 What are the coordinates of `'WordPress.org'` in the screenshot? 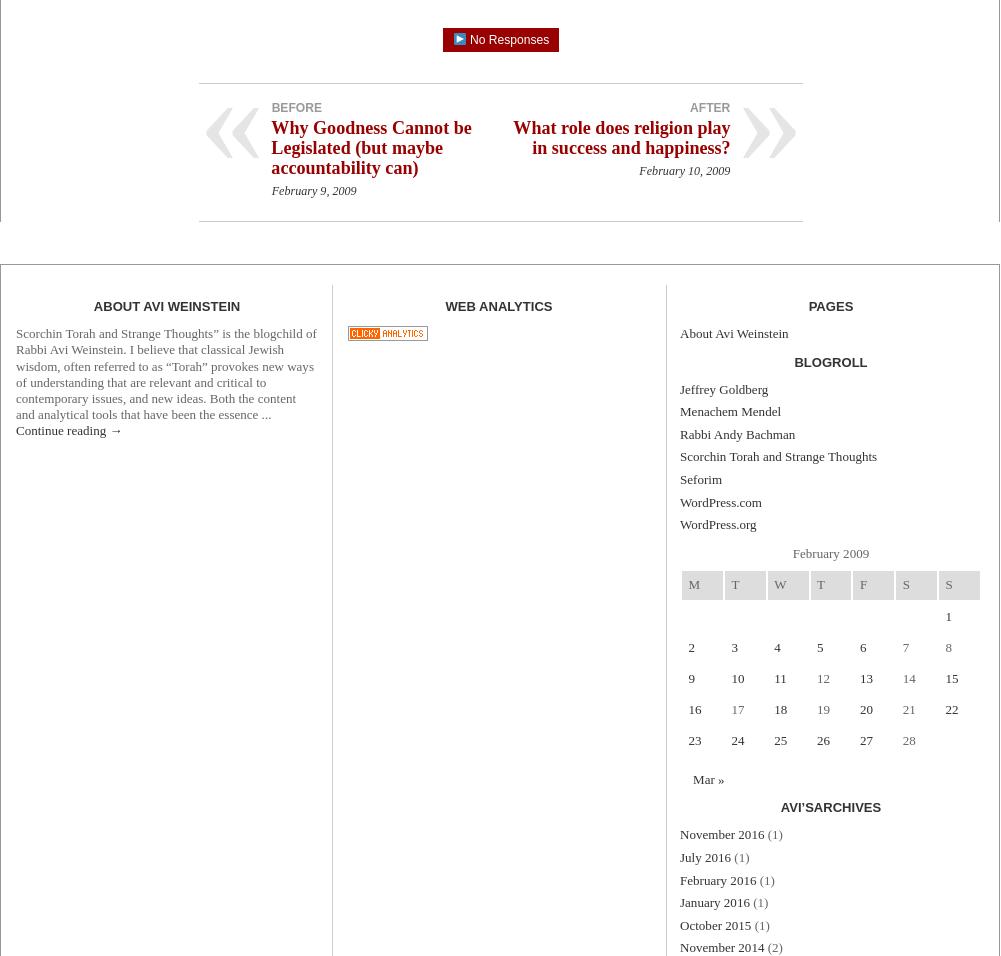 It's located at (718, 523).